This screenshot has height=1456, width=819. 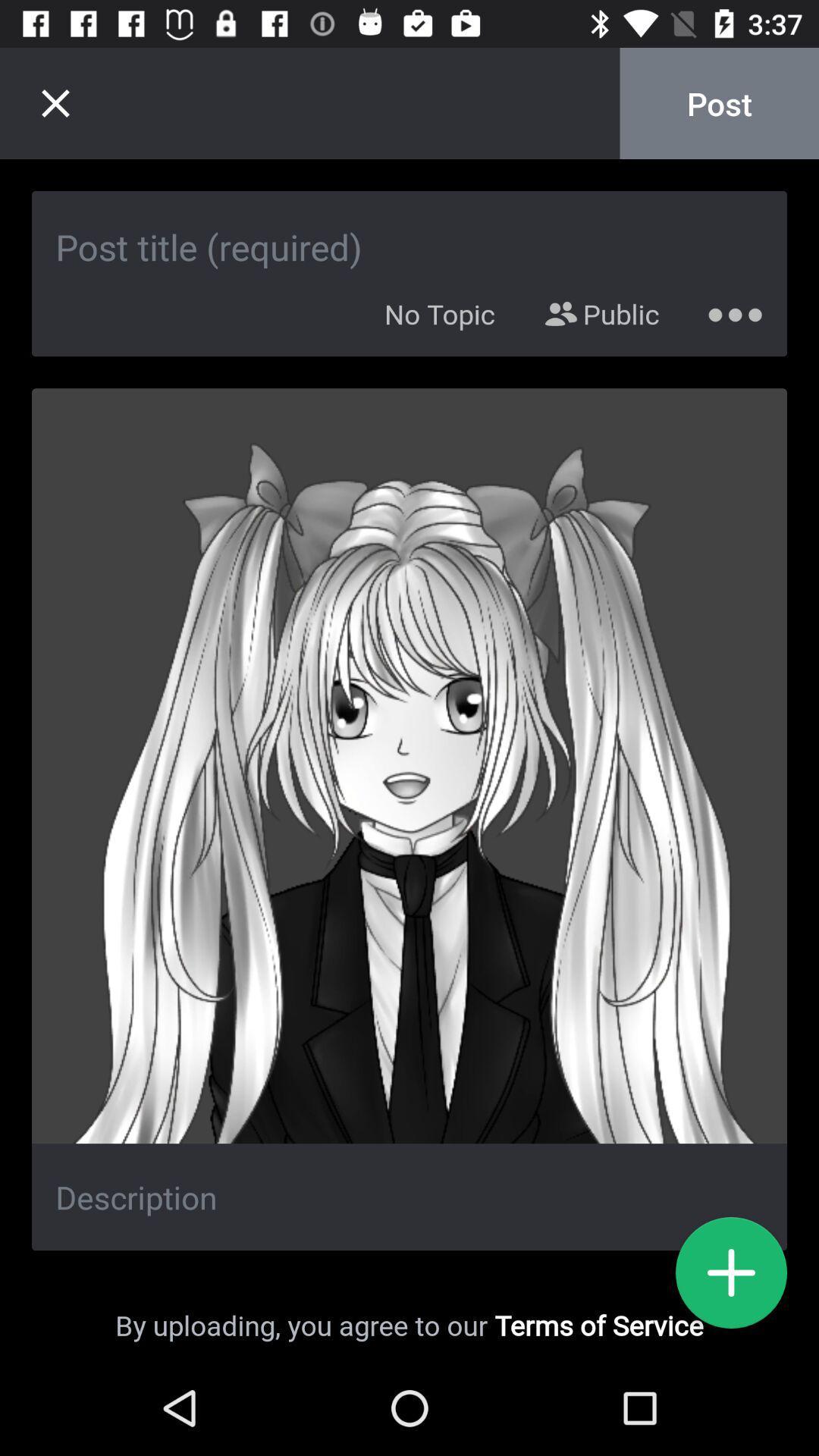 I want to click on a picture, so click(x=730, y=1272).